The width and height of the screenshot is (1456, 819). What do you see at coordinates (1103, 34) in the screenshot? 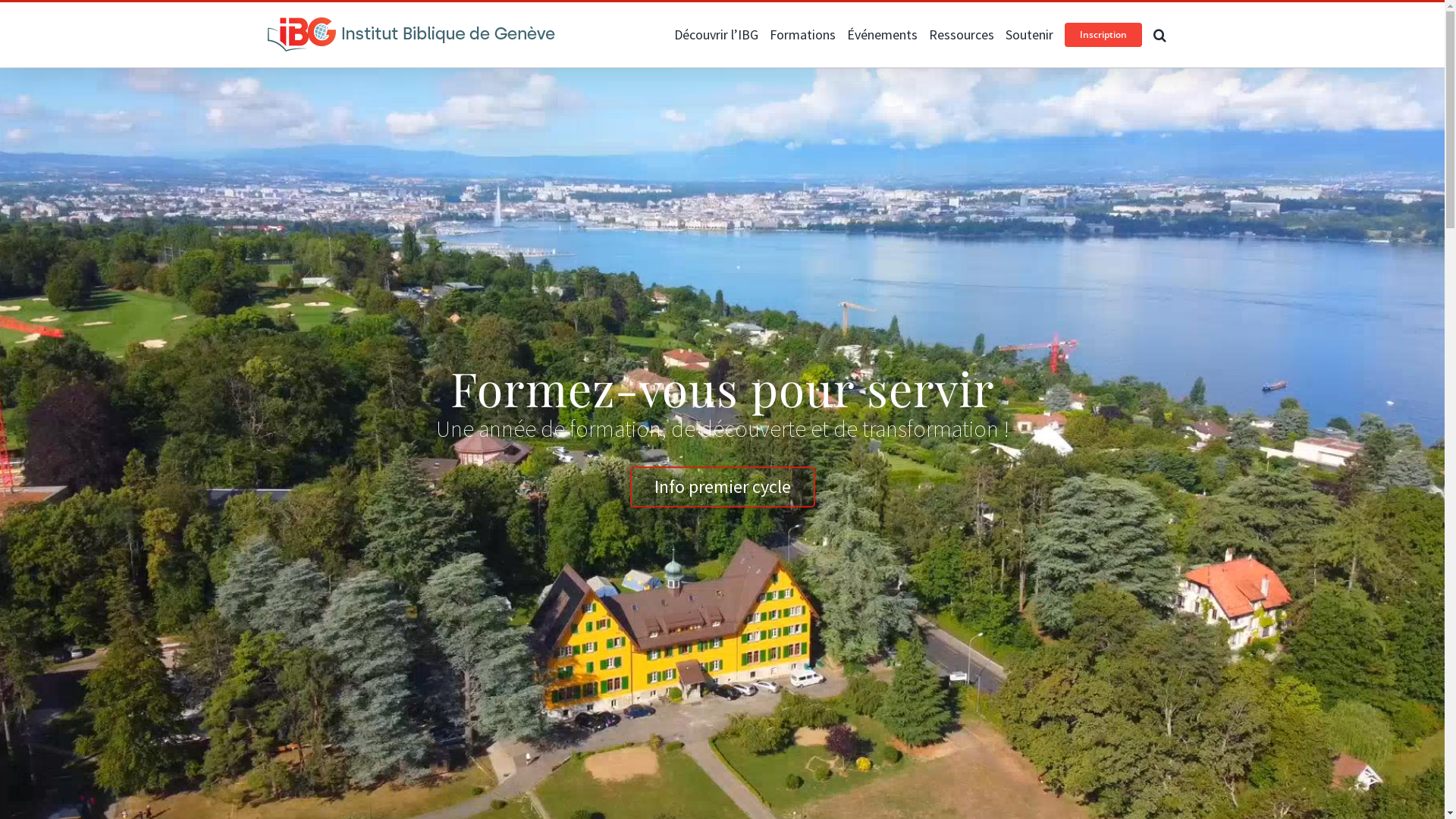
I see `'Inscription'` at bounding box center [1103, 34].